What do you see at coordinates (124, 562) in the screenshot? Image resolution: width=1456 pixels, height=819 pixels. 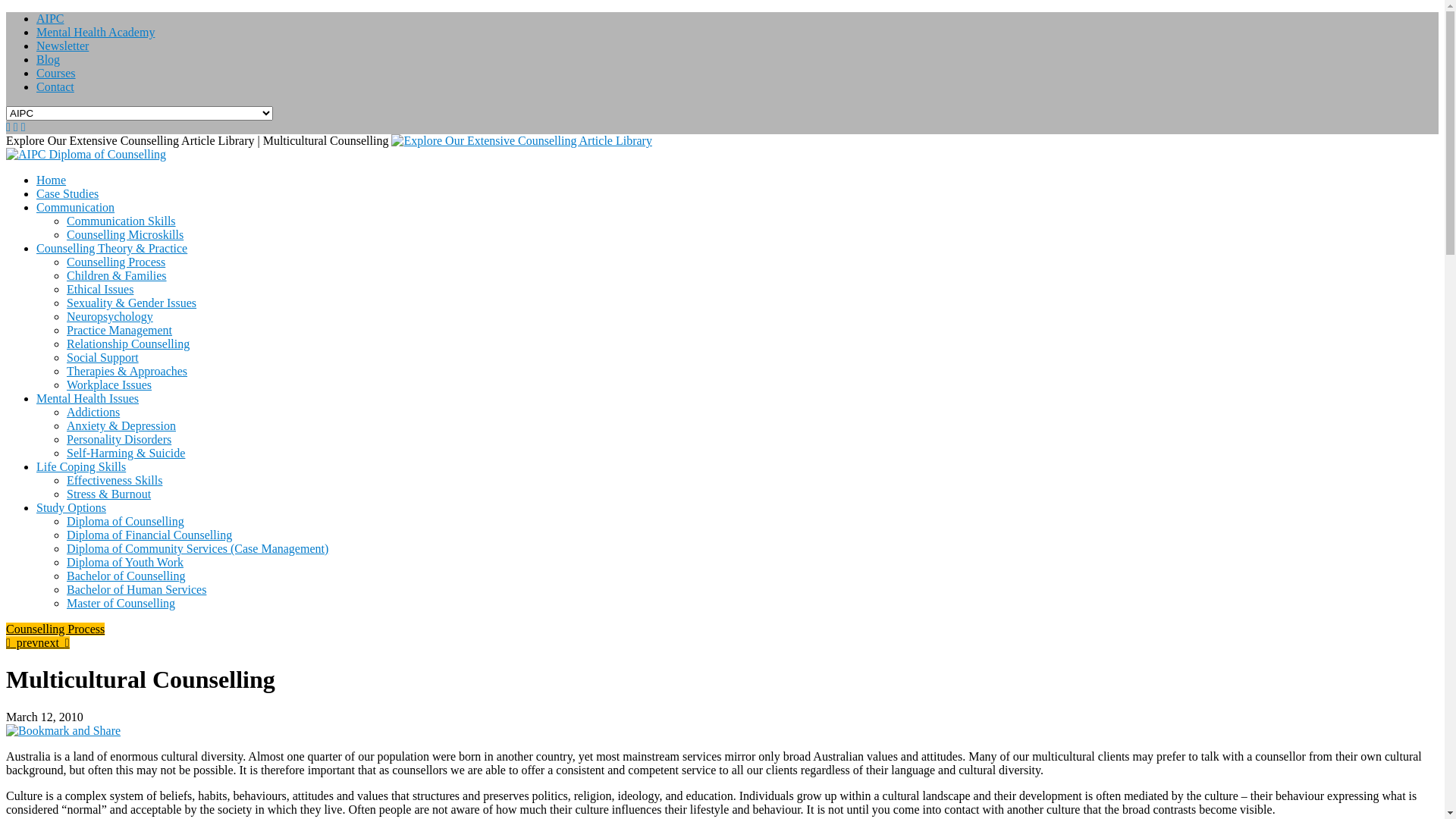 I see `'Diploma of Youth Work'` at bounding box center [124, 562].